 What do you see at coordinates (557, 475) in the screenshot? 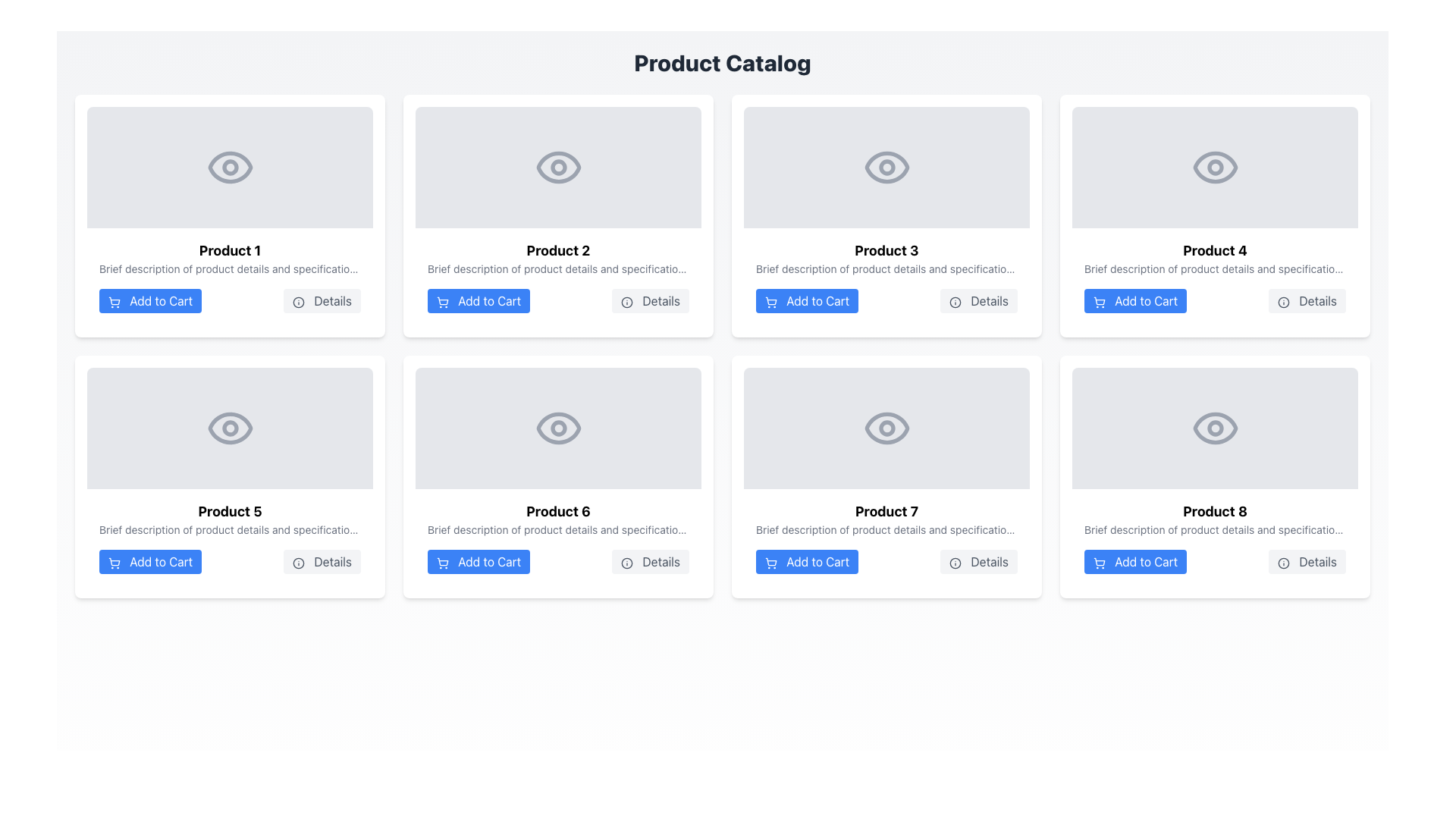
I see `the 'Details' button on the white card labeled 'Product 6' located in the second row and second column of the product grid` at bounding box center [557, 475].